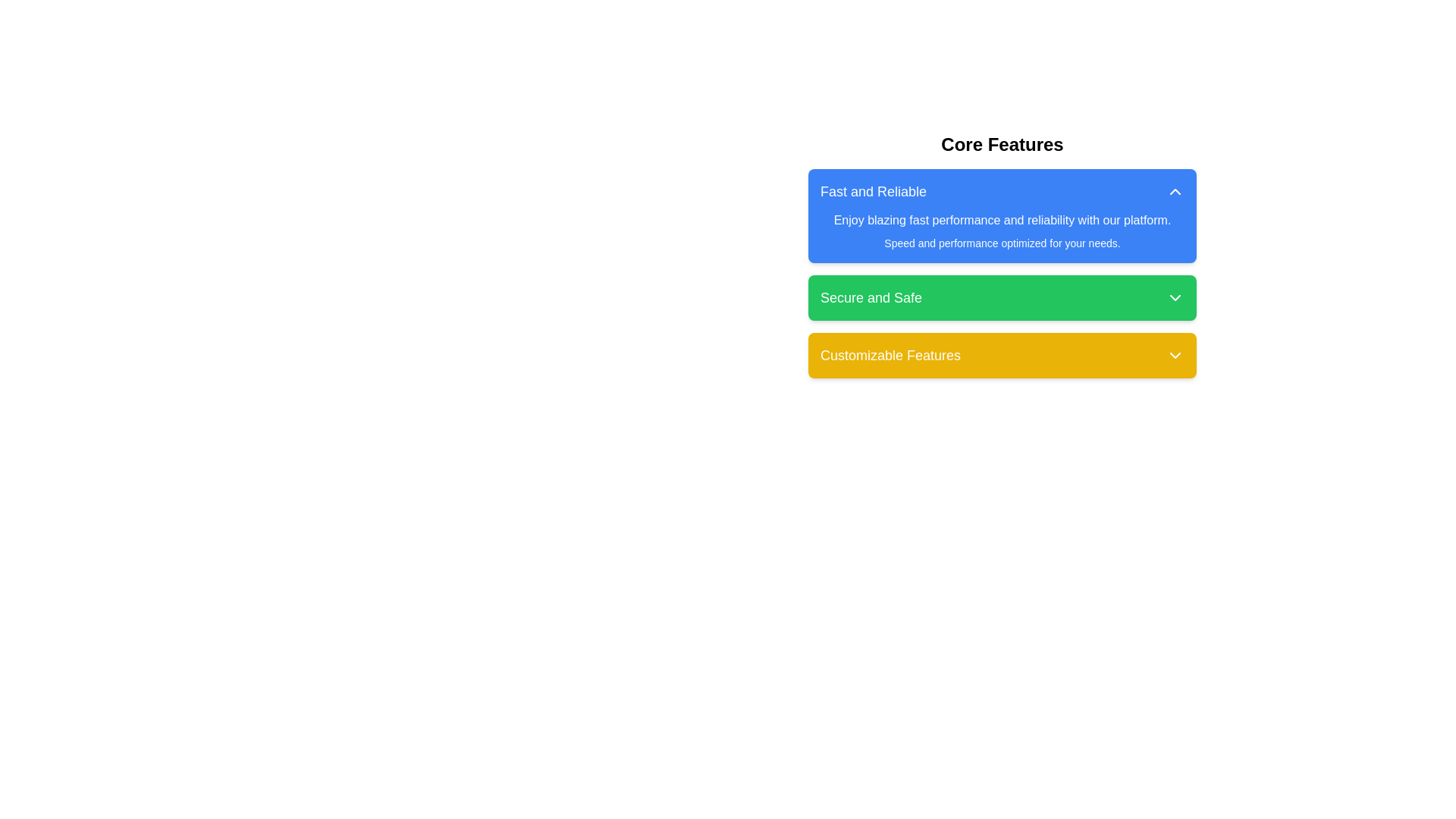 The width and height of the screenshot is (1456, 819). I want to click on the second expandable panel under the 'Core Features' header, so click(1002, 274).